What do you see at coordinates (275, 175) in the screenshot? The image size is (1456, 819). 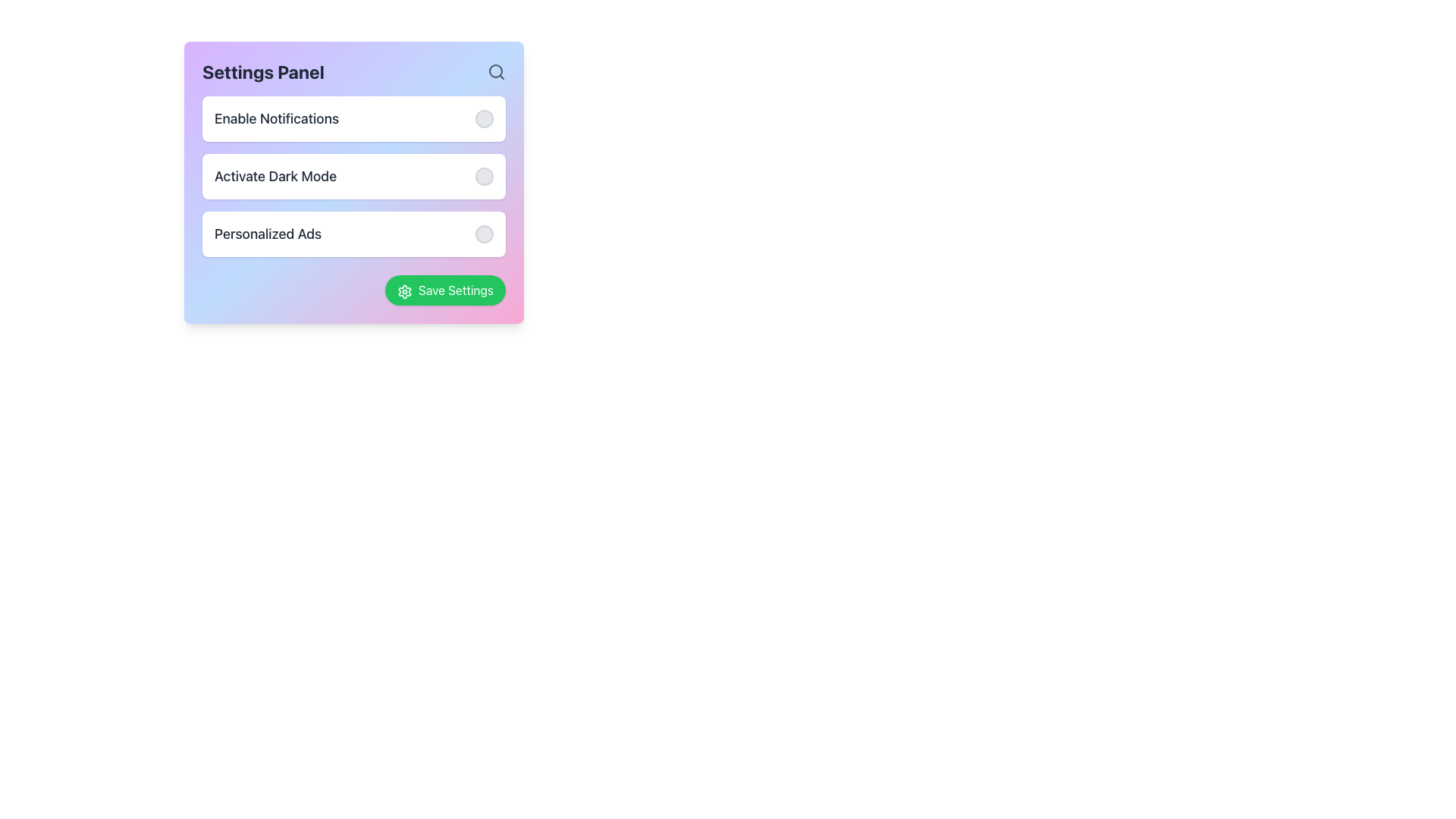 I see `text label that displays 'Activate Dark Mode', which is styled in bold dark gray font and is positioned between 'Enable Notifications' and 'Personalized Ads'` at bounding box center [275, 175].